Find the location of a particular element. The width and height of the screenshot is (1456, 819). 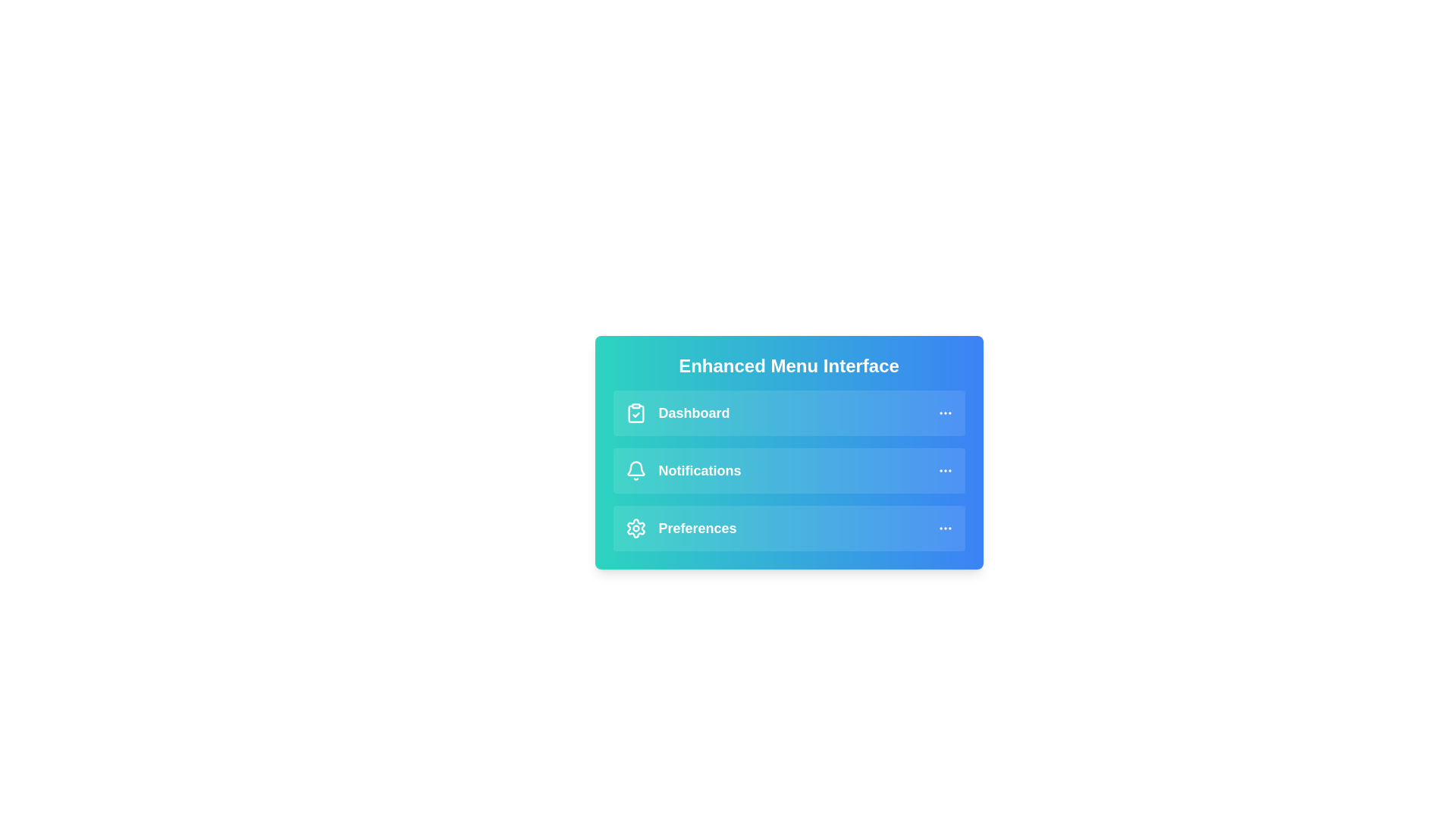

the clipboard icon adjacent to the 'Dashboard' text label in the Enhanced Menu Interface, which is represented with a white outline against a blue-green gradient background is located at coordinates (635, 414).